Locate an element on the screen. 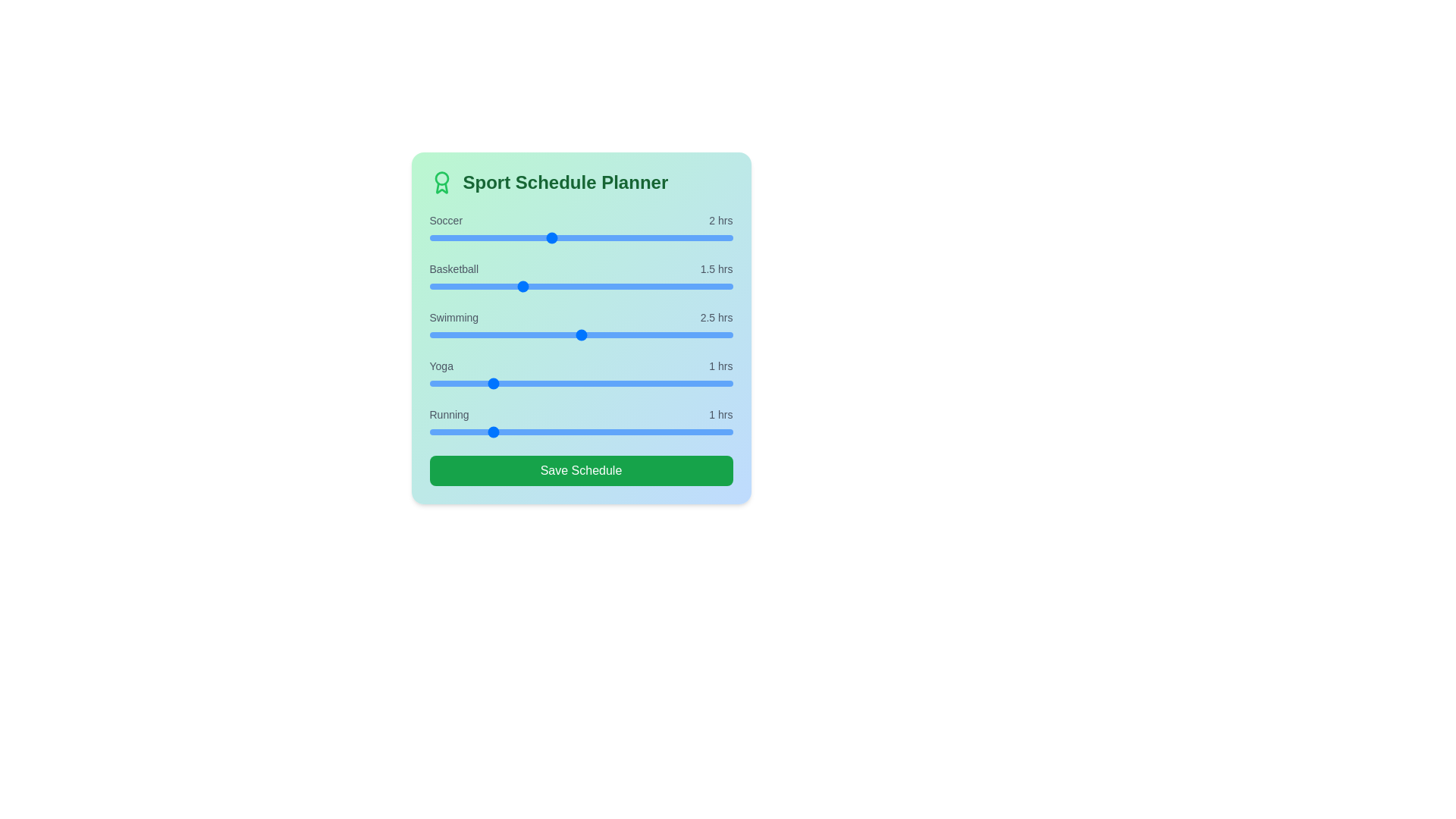 The height and width of the screenshot is (819, 1456). the Basketball slider to 1 hours is located at coordinates (490, 287).